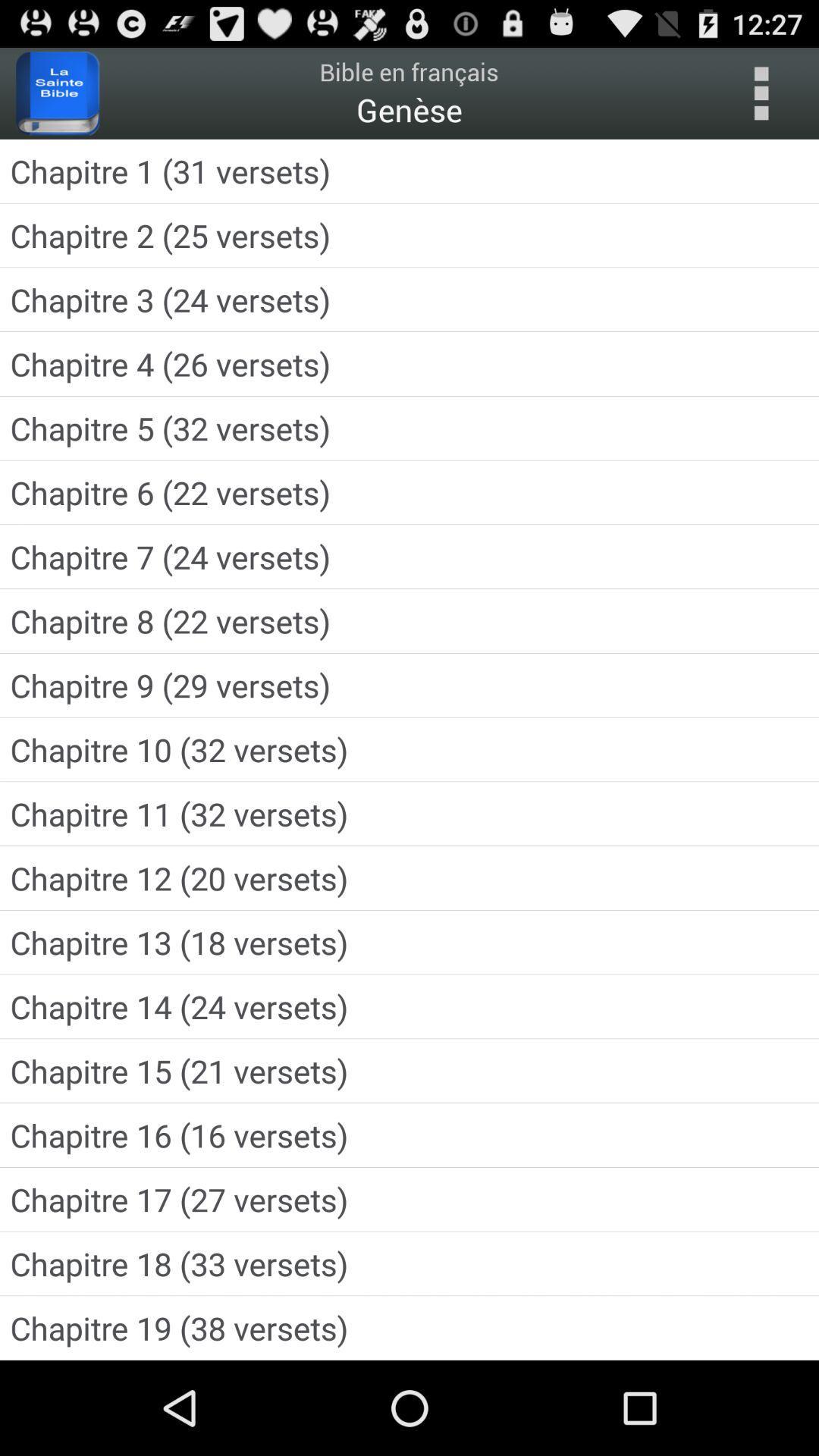 Image resolution: width=819 pixels, height=1456 pixels. What do you see at coordinates (409, 364) in the screenshot?
I see `icon below the chapitre 3 24 item` at bounding box center [409, 364].